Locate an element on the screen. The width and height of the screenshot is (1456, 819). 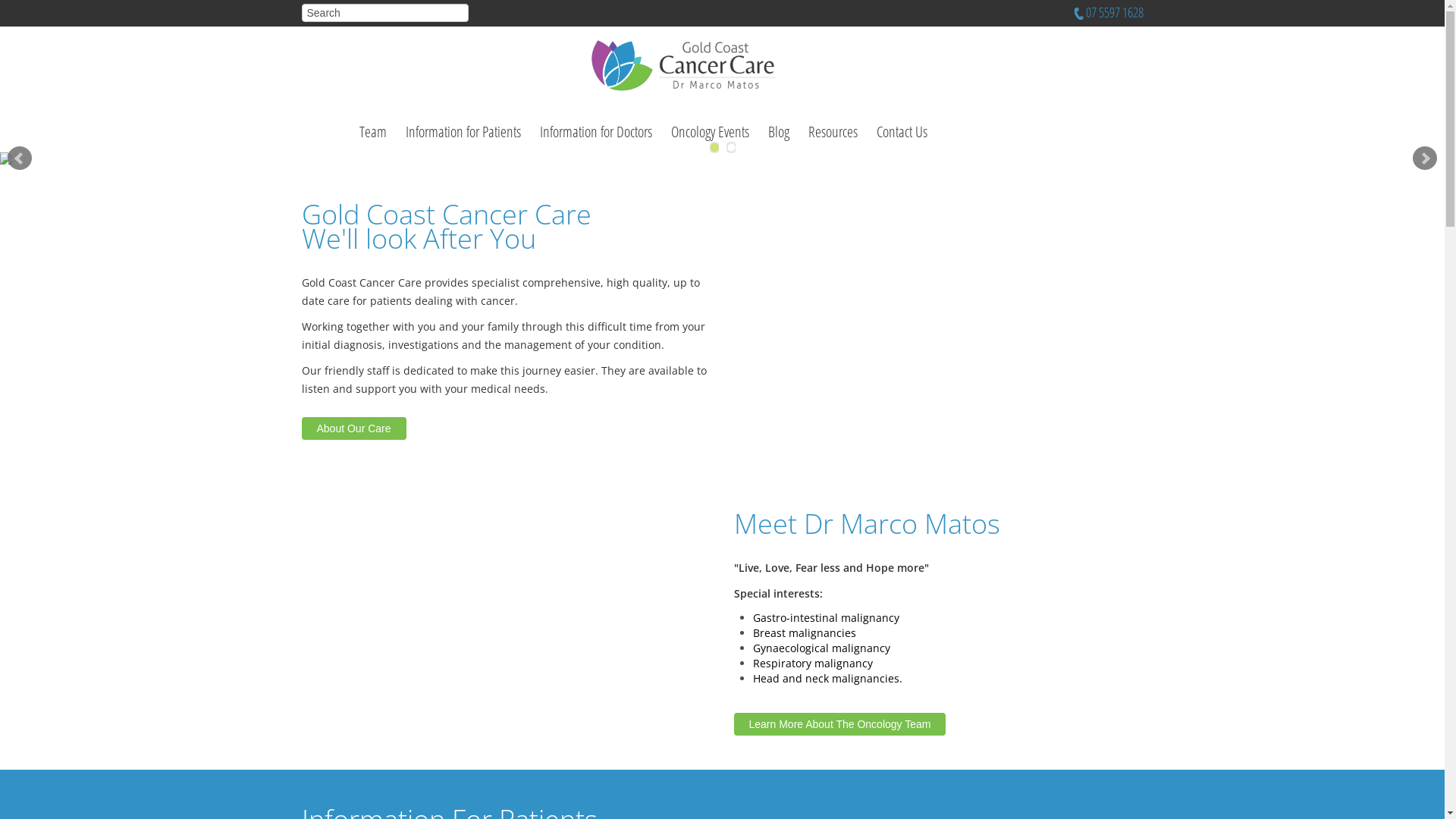
'Information for Doctors' is located at coordinates (595, 130).